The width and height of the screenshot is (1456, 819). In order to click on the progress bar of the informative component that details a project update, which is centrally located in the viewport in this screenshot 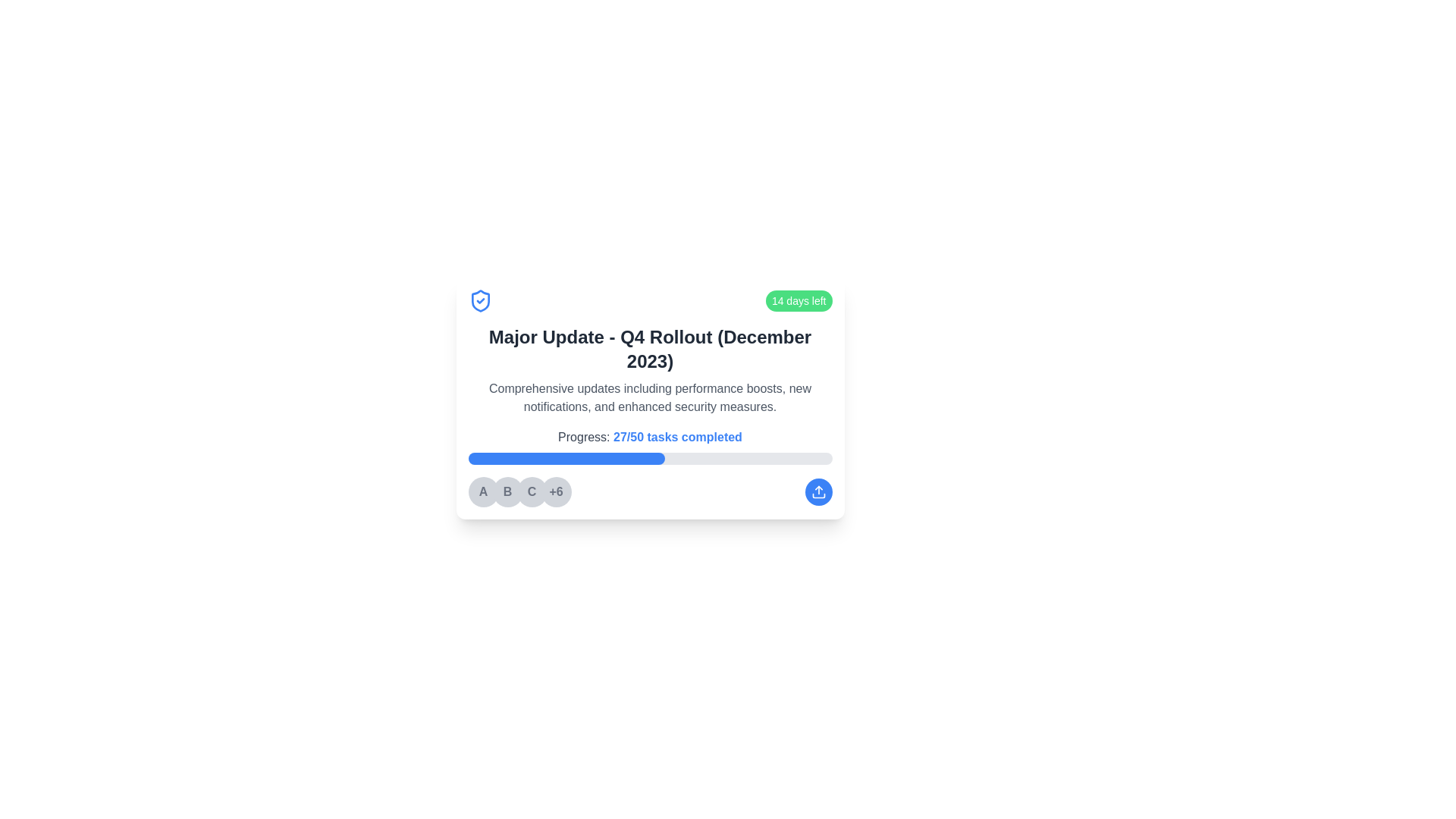, I will do `click(650, 397)`.